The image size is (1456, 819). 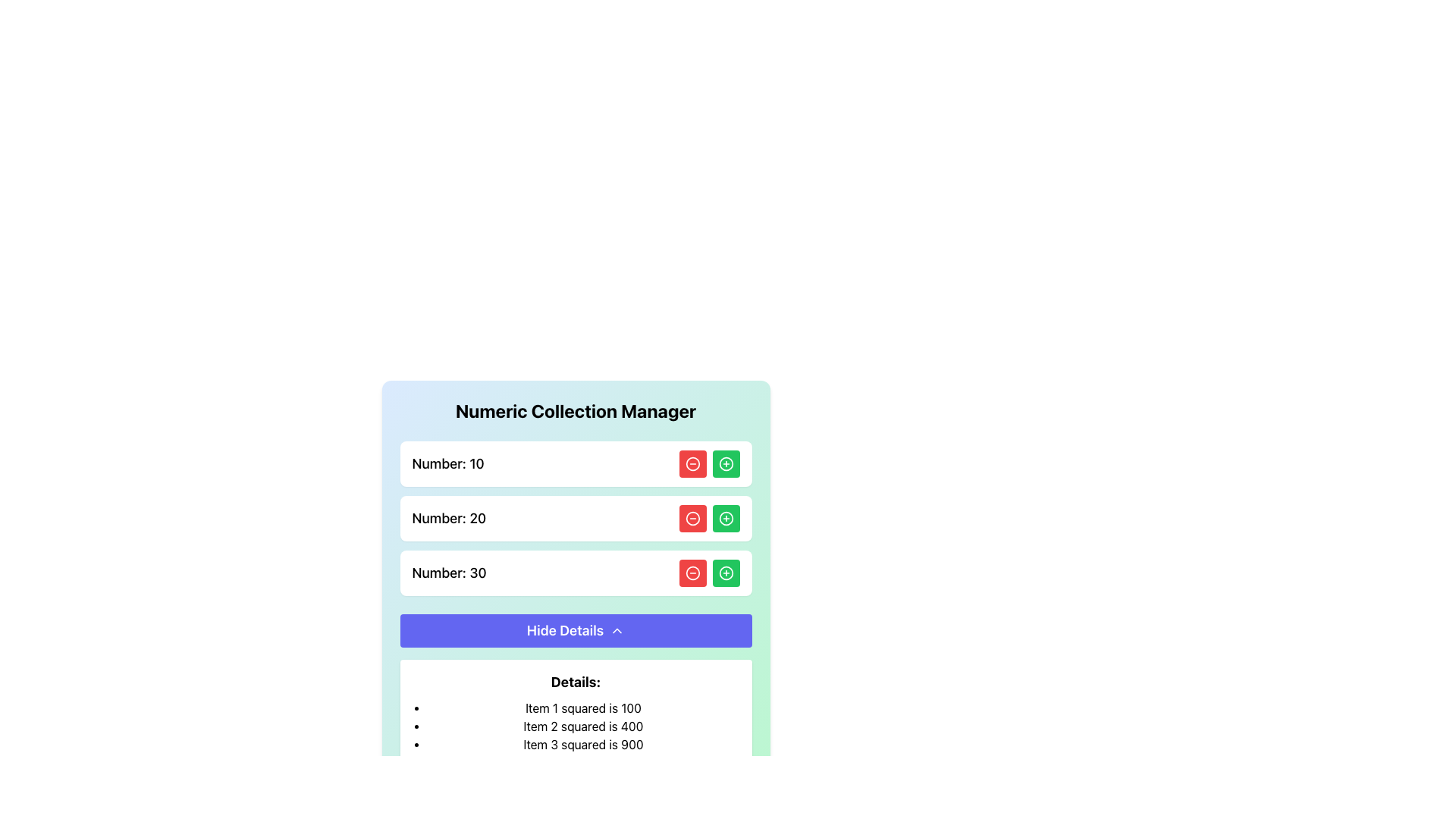 What do you see at coordinates (575, 713) in the screenshot?
I see `the white box with rounded corners containing the title 'Details:' and a list of bulleted items, located below the 'Hide Details' button` at bounding box center [575, 713].